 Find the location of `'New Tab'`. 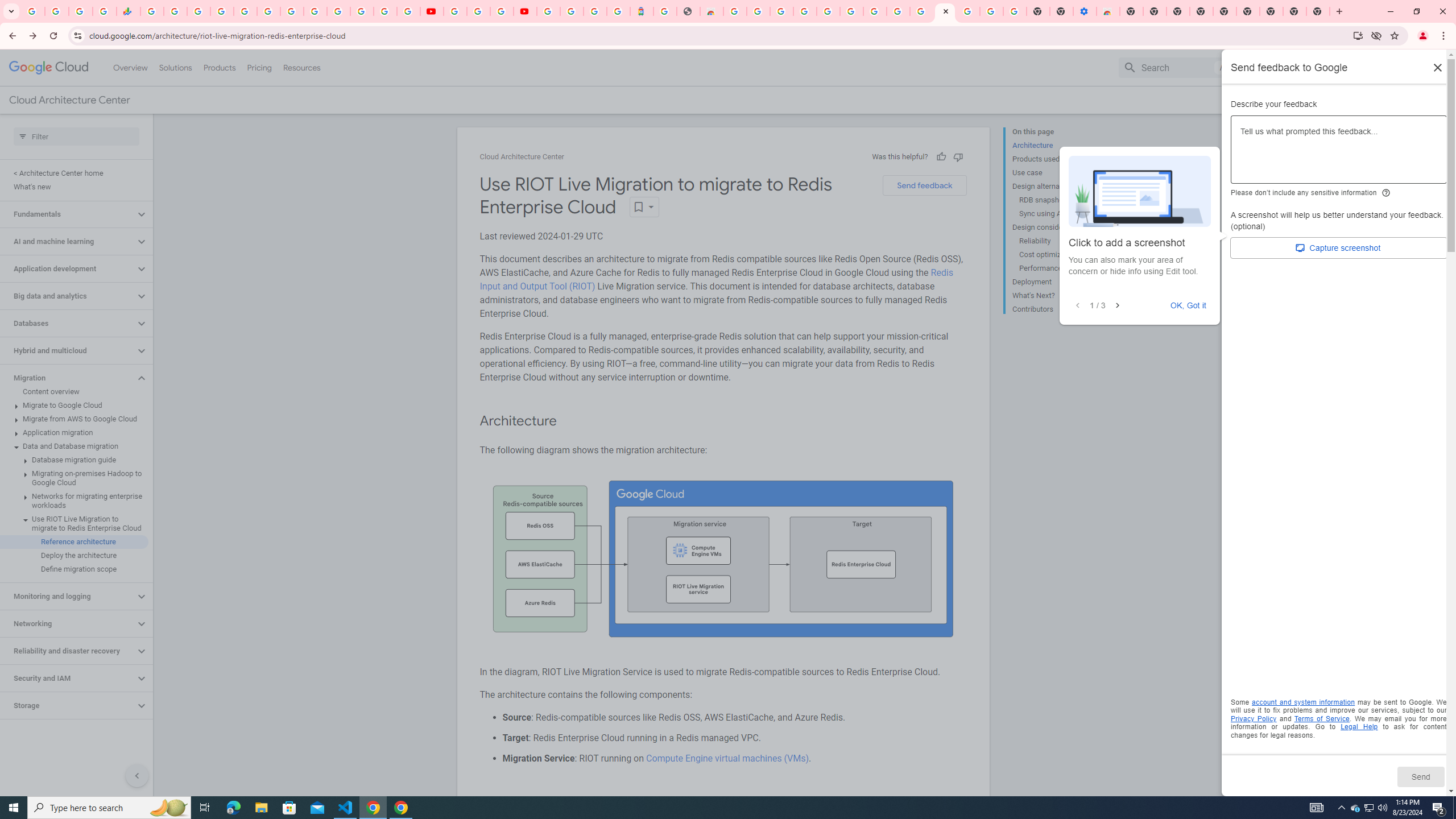

'New Tab' is located at coordinates (1318, 11).